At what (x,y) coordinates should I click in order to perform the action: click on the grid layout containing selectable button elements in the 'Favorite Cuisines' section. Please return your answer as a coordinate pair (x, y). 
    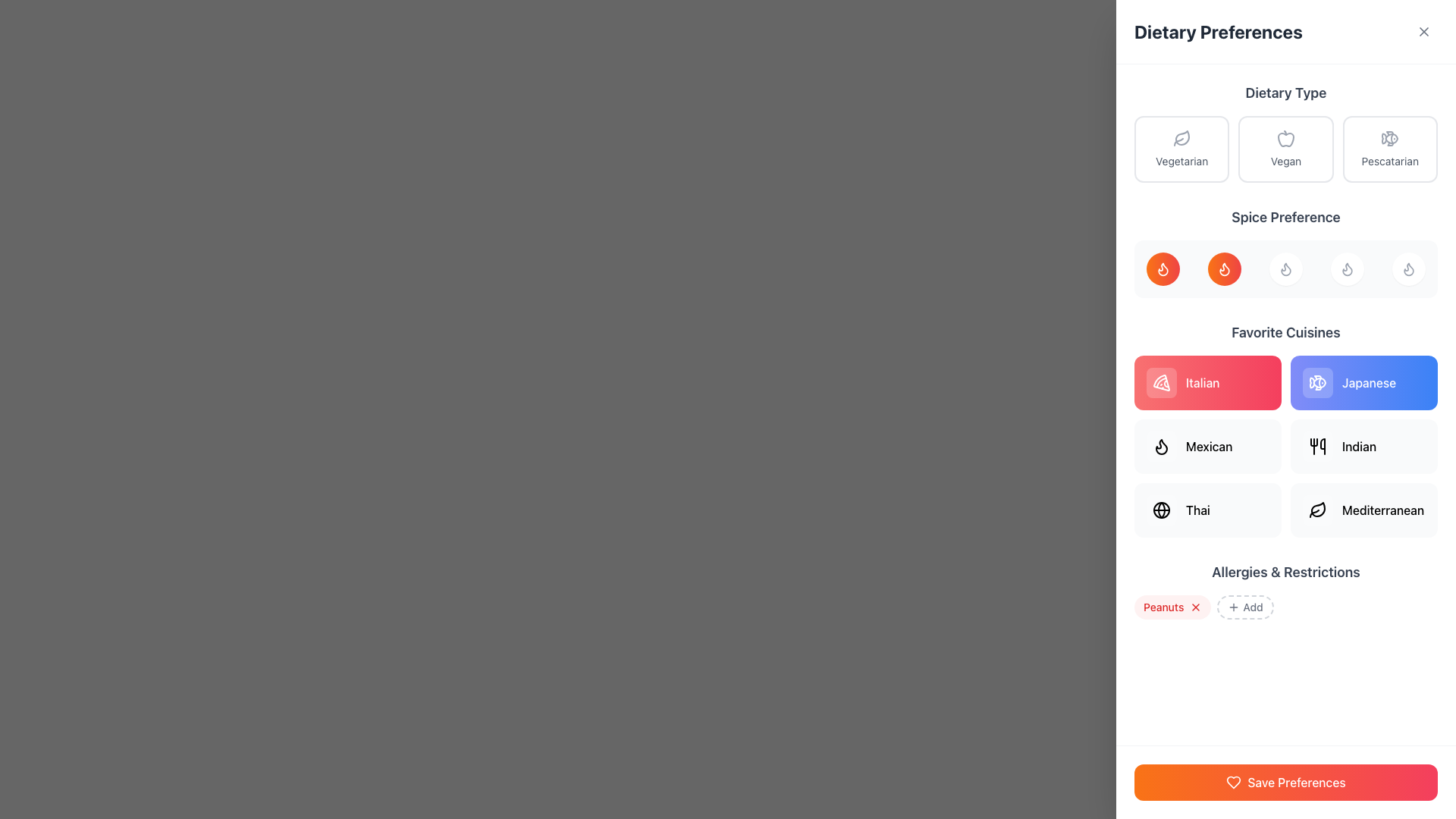
    Looking at the image, I should click on (1285, 446).